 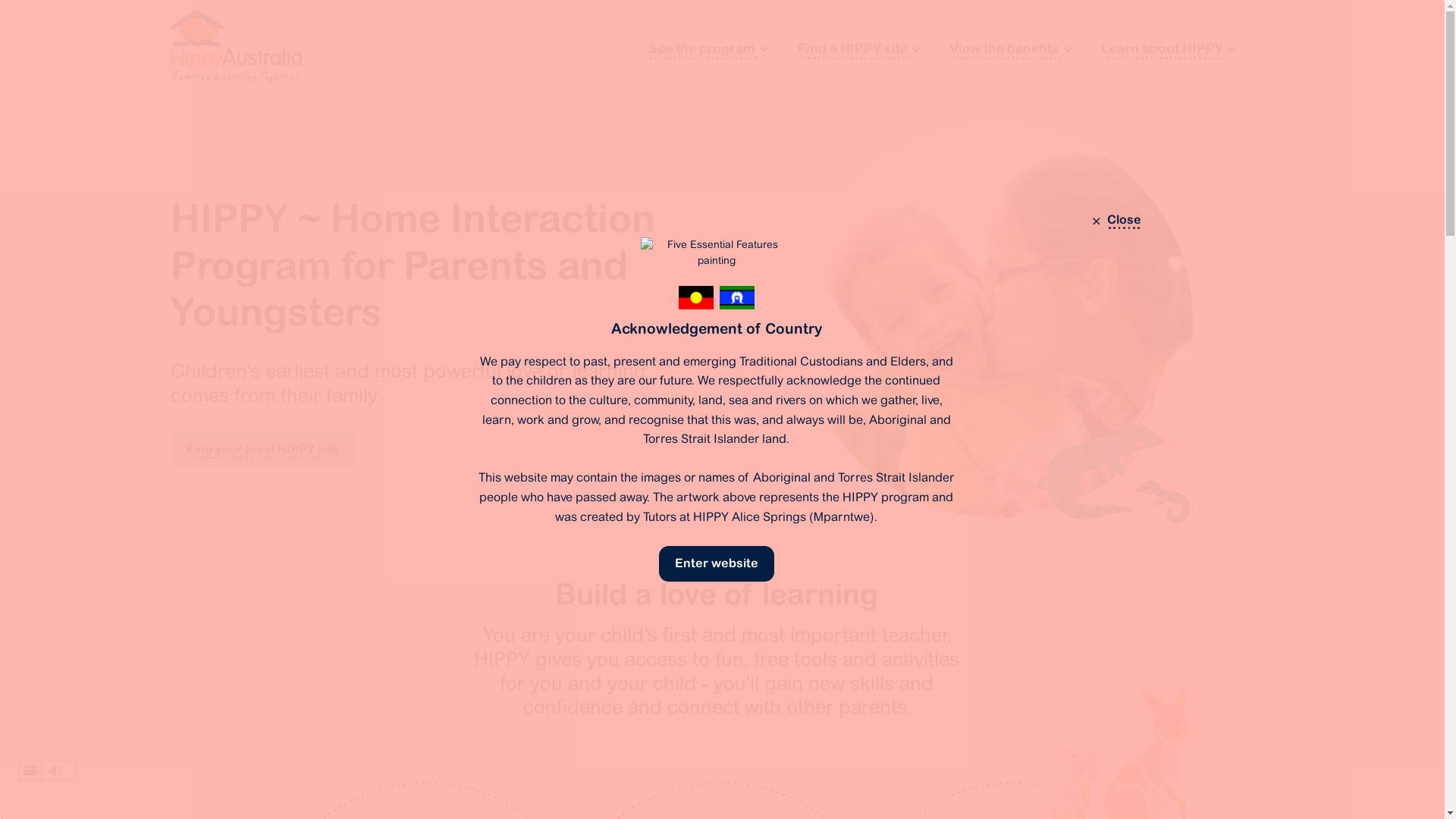 What do you see at coordinates (1167, 48) in the screenshot?
I see `'Learn about HIPPY'` at bounding box center [1167, 48].